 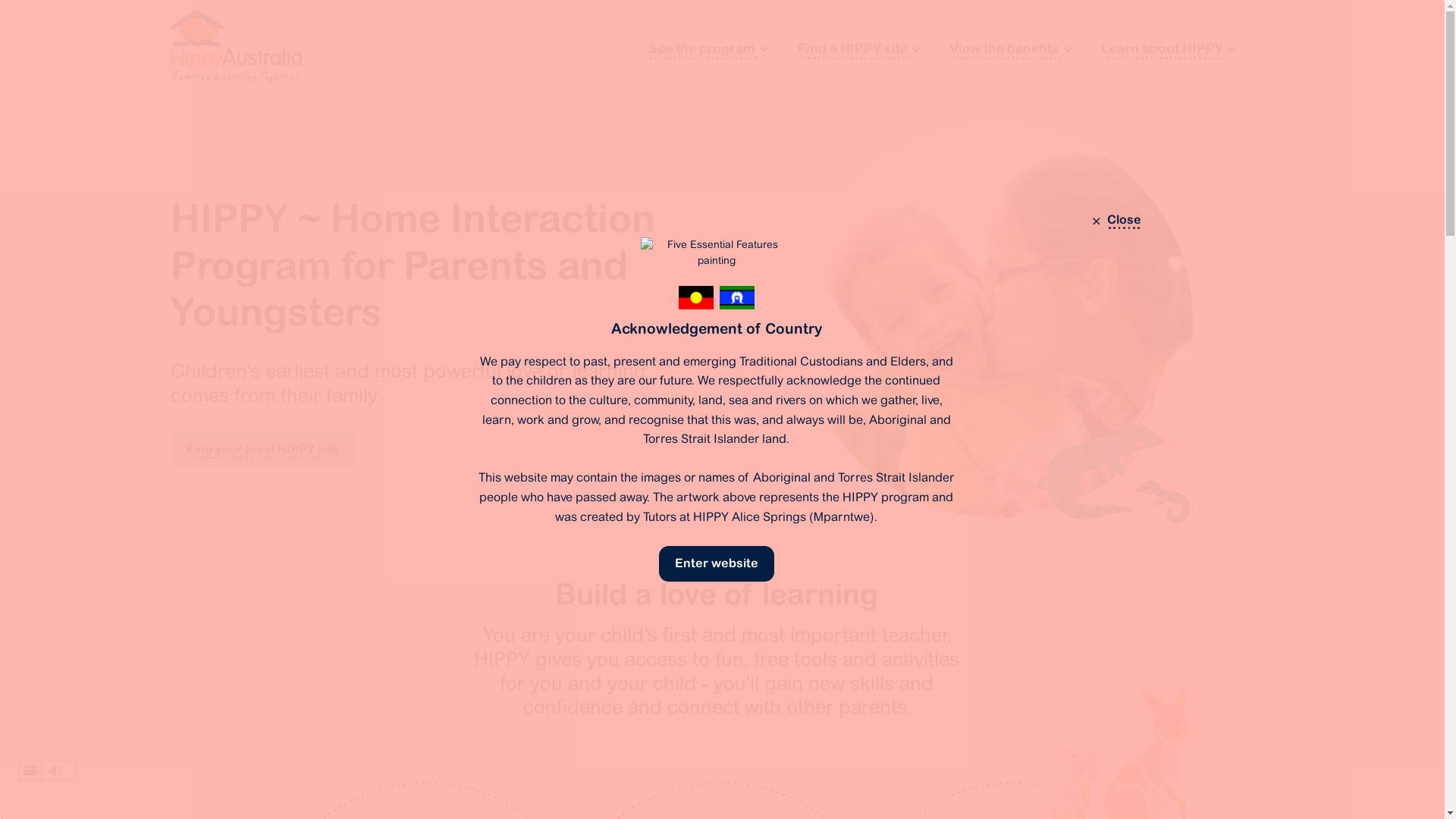 What do you see at coordinates (1167, 48) in the screenshot?
I see `'Learn about HIPPY'` at bounding box center [1167, 48].